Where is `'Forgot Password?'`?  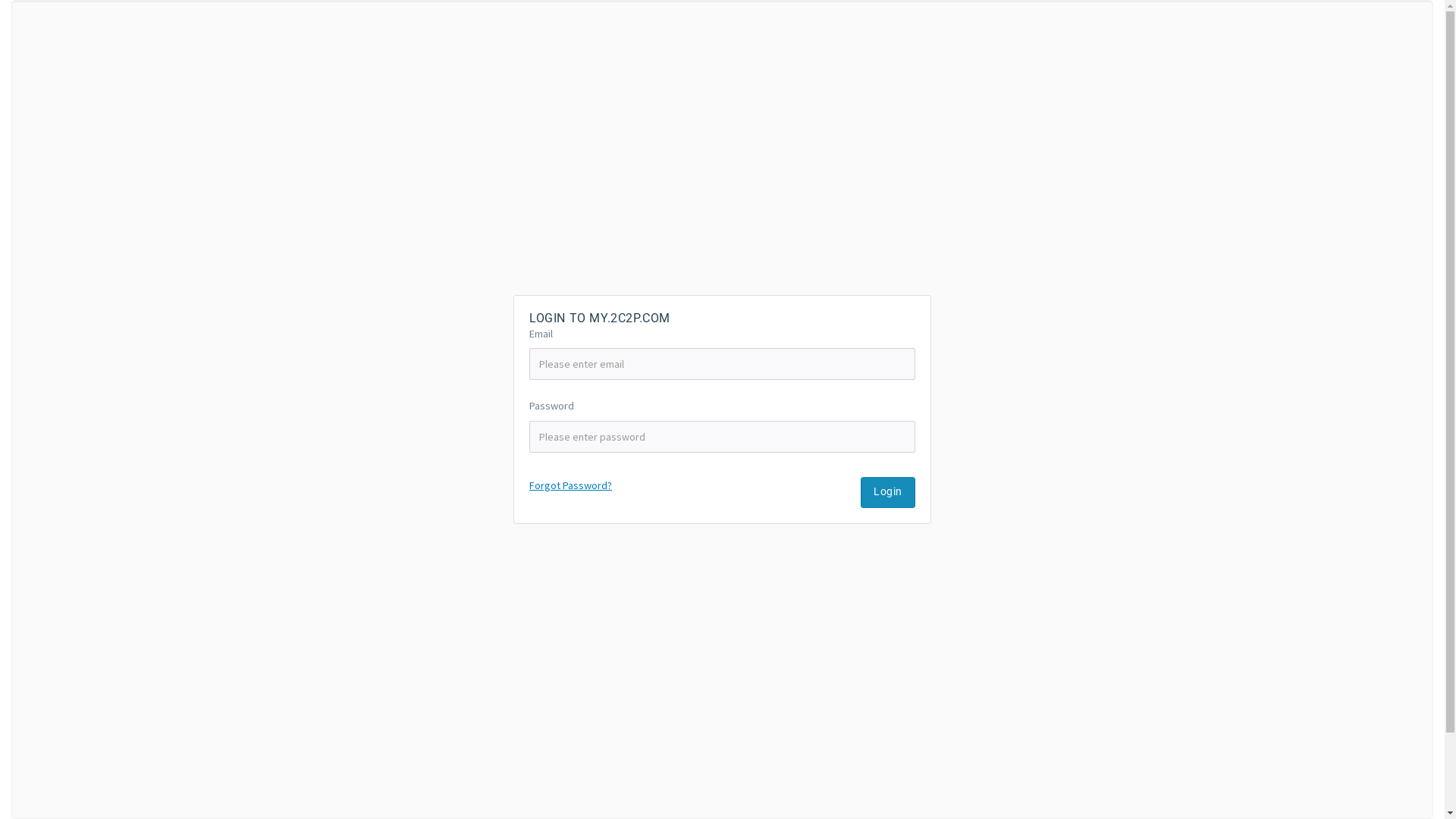
'Forgot Password?' is located at coordinates (529, 485).